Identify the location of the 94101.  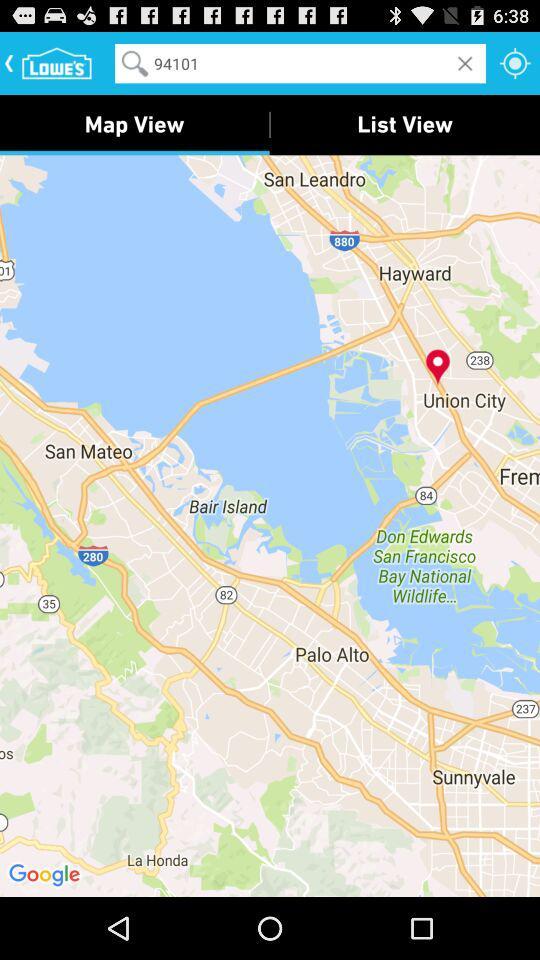
(299, 63).